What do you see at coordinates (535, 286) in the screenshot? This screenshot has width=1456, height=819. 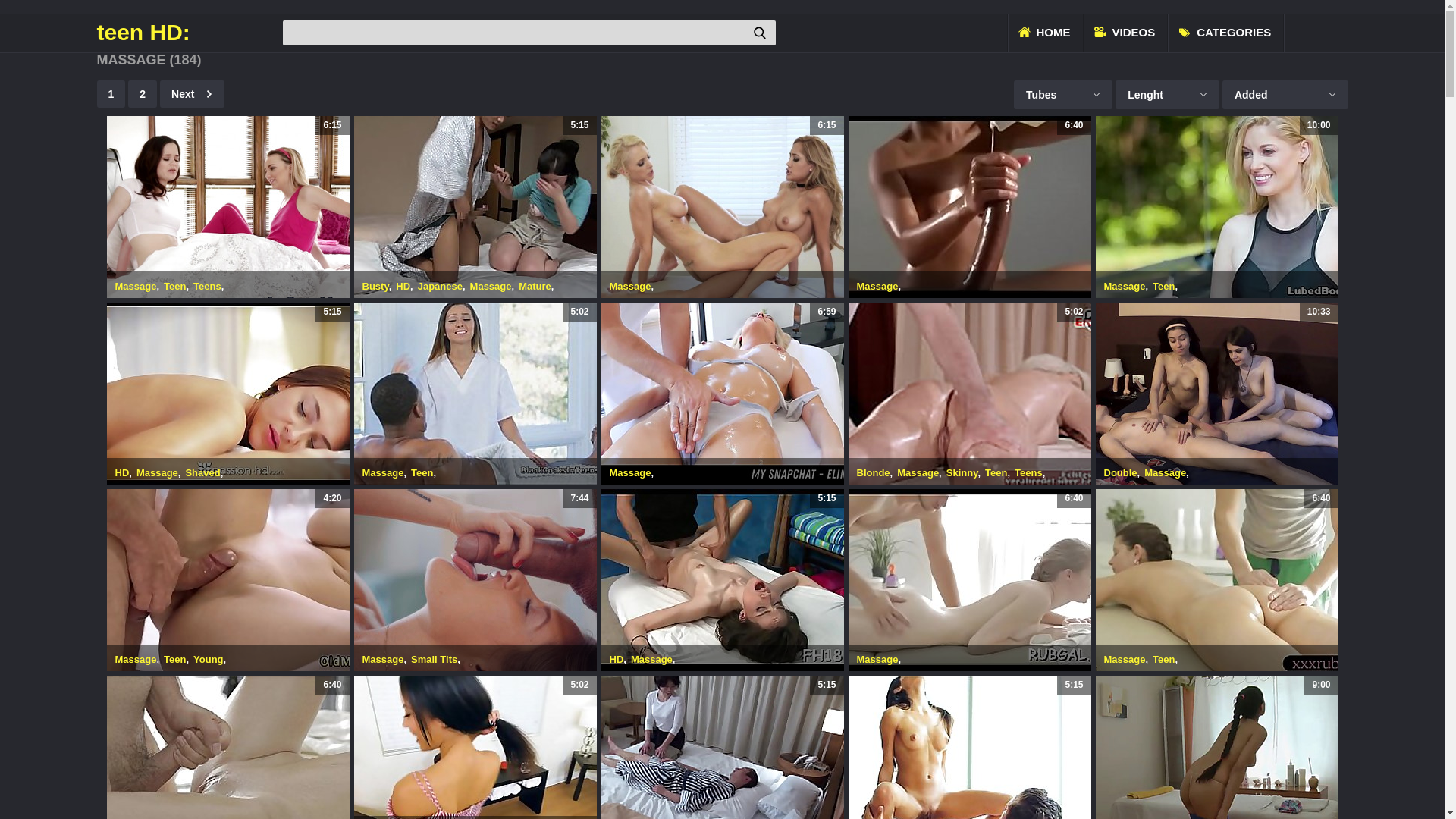 I see `'Mature'` at bounding box center [535, 286].